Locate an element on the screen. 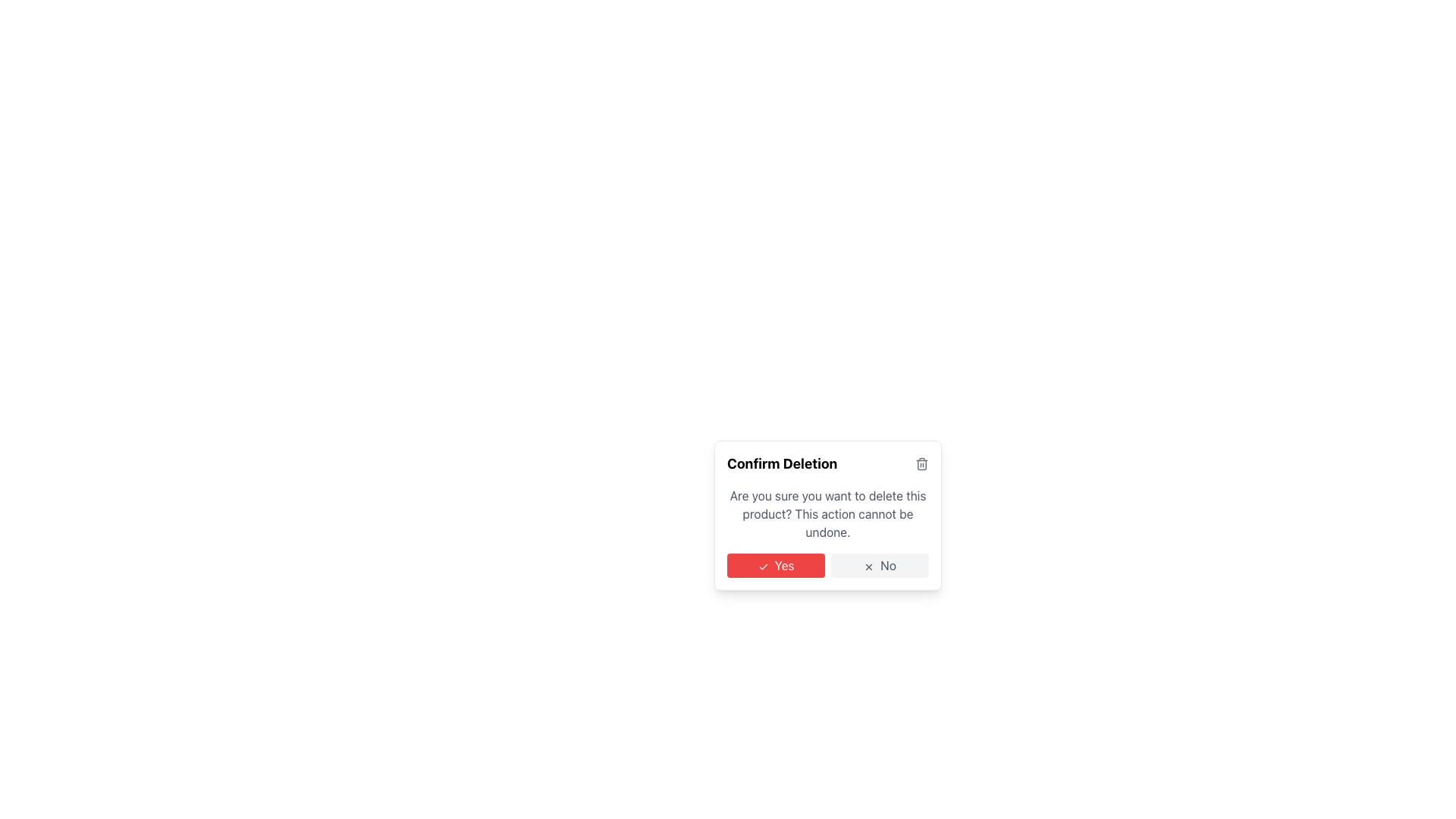  the confirmation button located at the bottom left of the confirmation dialog is located at coordinates (776, 565).